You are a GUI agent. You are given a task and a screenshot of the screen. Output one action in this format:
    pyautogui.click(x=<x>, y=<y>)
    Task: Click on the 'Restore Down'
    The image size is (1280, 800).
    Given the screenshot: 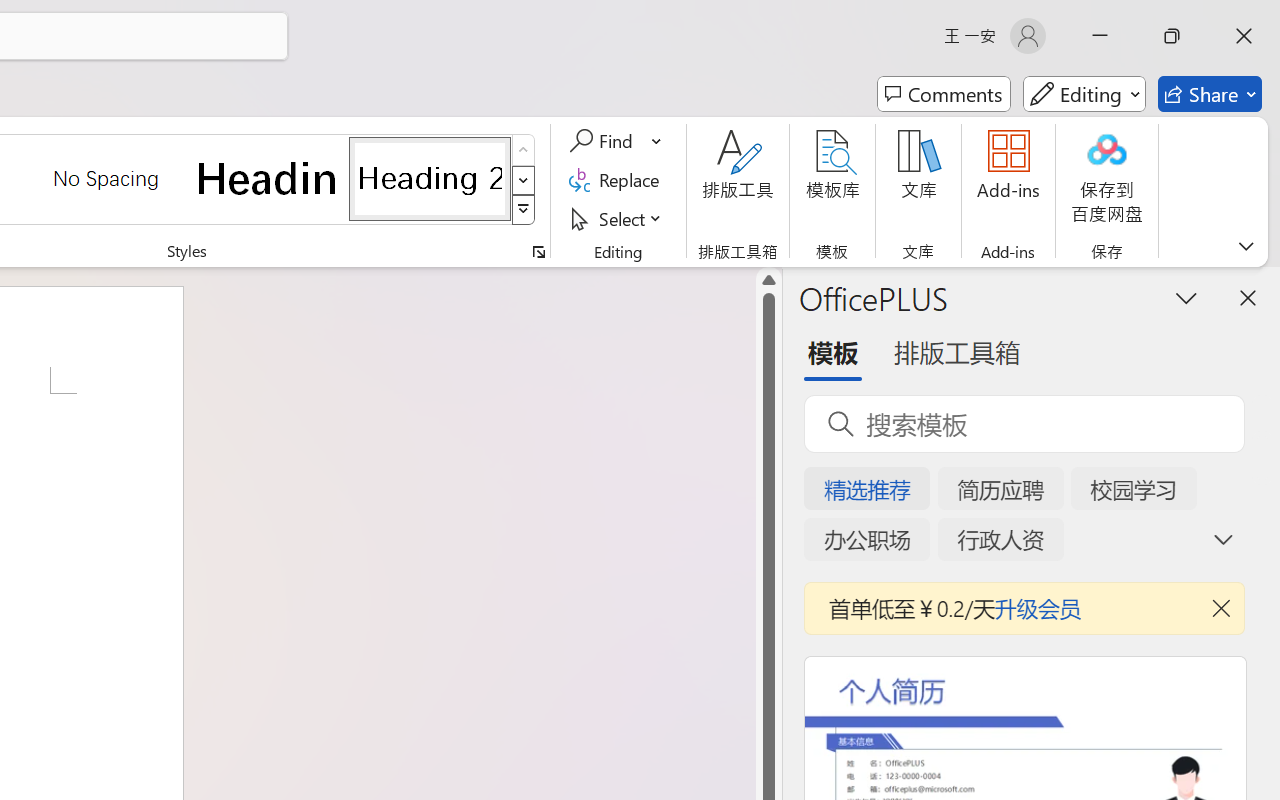 What is the action you would take?
    pyautogui.click(x=1172, y=35)
    